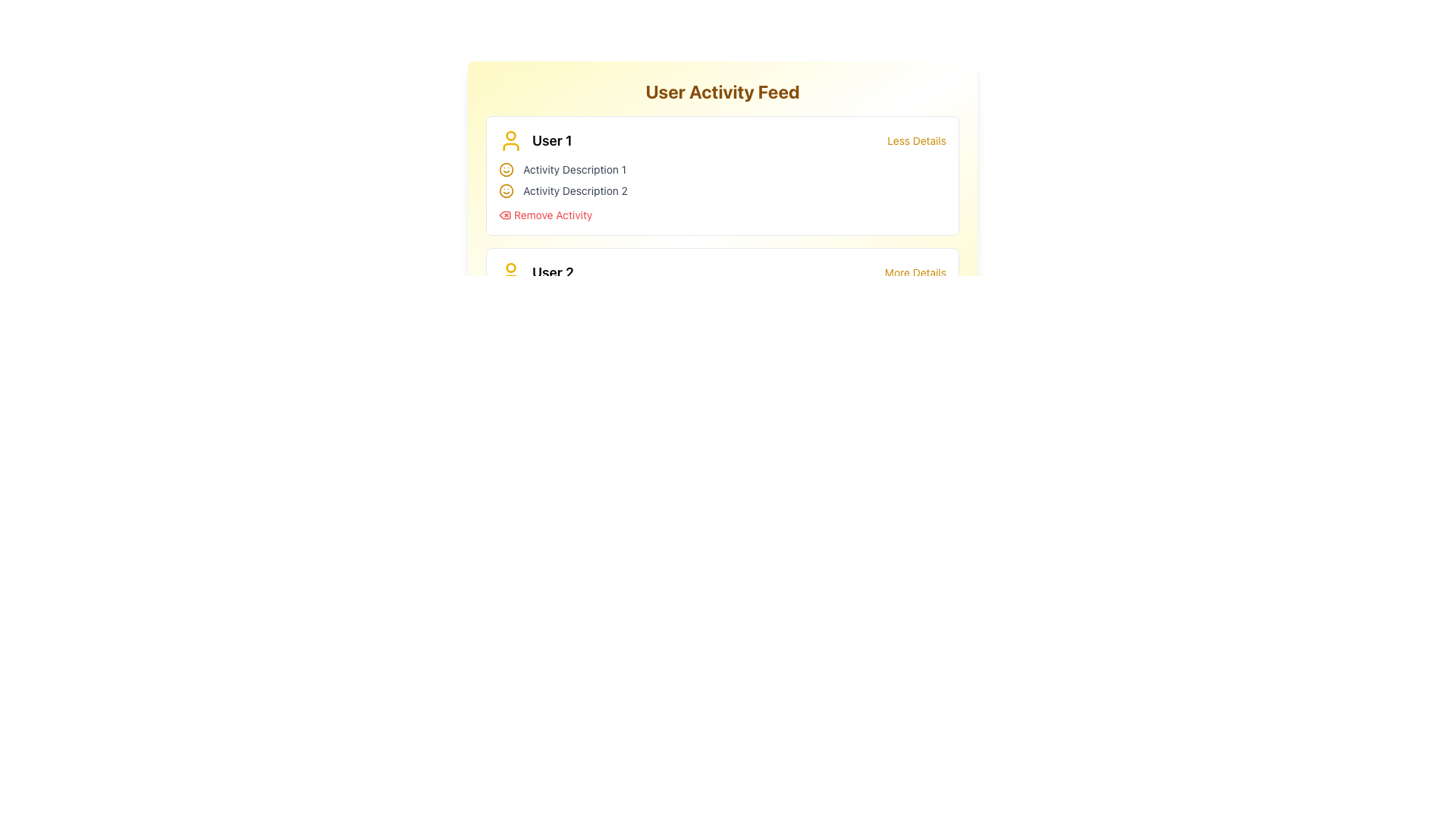 The image size is (1456, 819). I want to click on the 'User 1' label with icon, which is located at the top-left corner of the 'User Activity Feed' section, directly under the section header, so click(535, 140).